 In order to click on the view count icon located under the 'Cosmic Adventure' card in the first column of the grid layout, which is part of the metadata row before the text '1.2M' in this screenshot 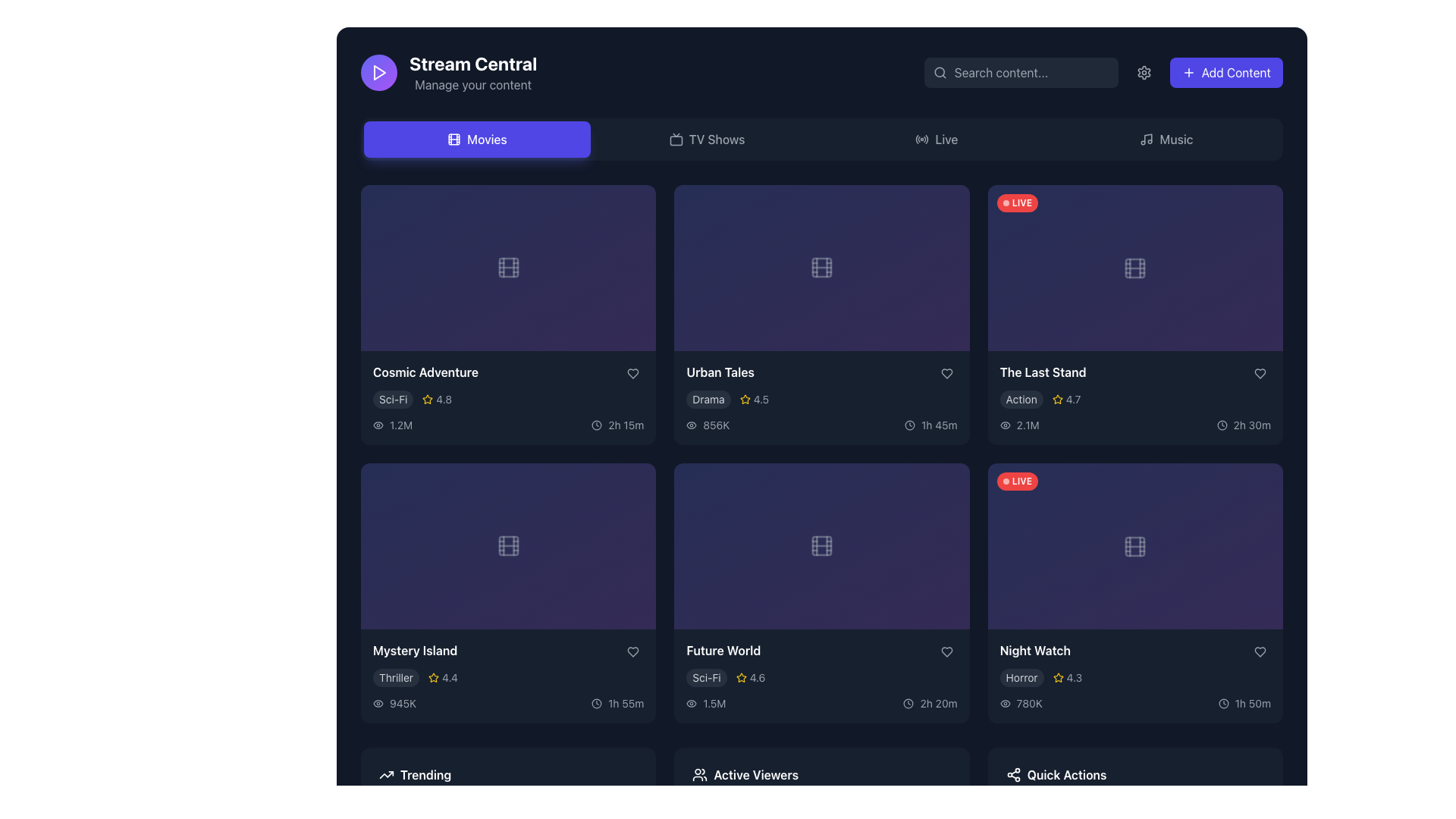, I will do `click(378, 424)`.